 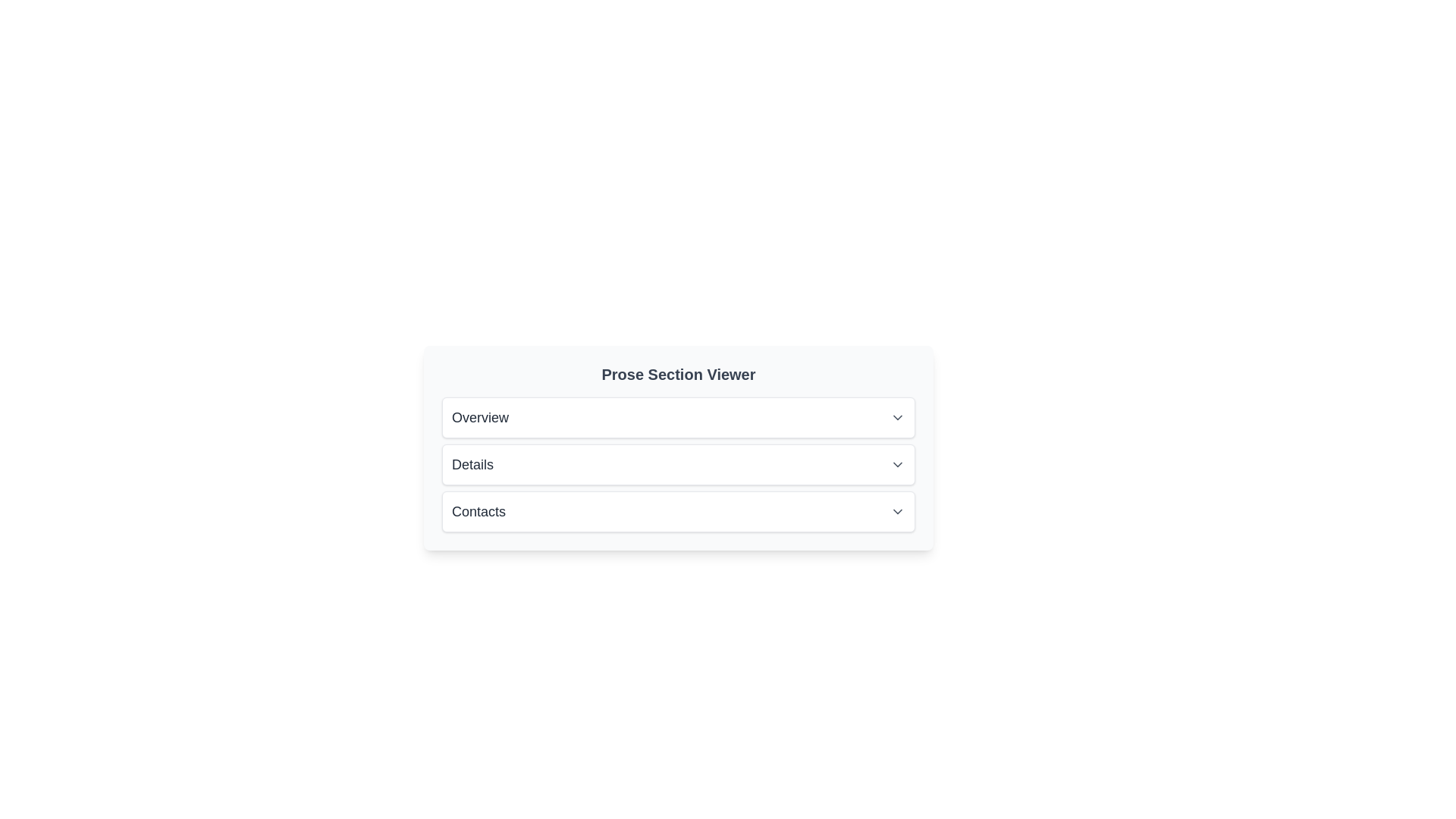 What do you see at coordinates (677, 418) in the screenshot?
I see `the first selectable item in the dropdown menu of the 'Prose Section Viewer'` at bounding box center [677, 418].